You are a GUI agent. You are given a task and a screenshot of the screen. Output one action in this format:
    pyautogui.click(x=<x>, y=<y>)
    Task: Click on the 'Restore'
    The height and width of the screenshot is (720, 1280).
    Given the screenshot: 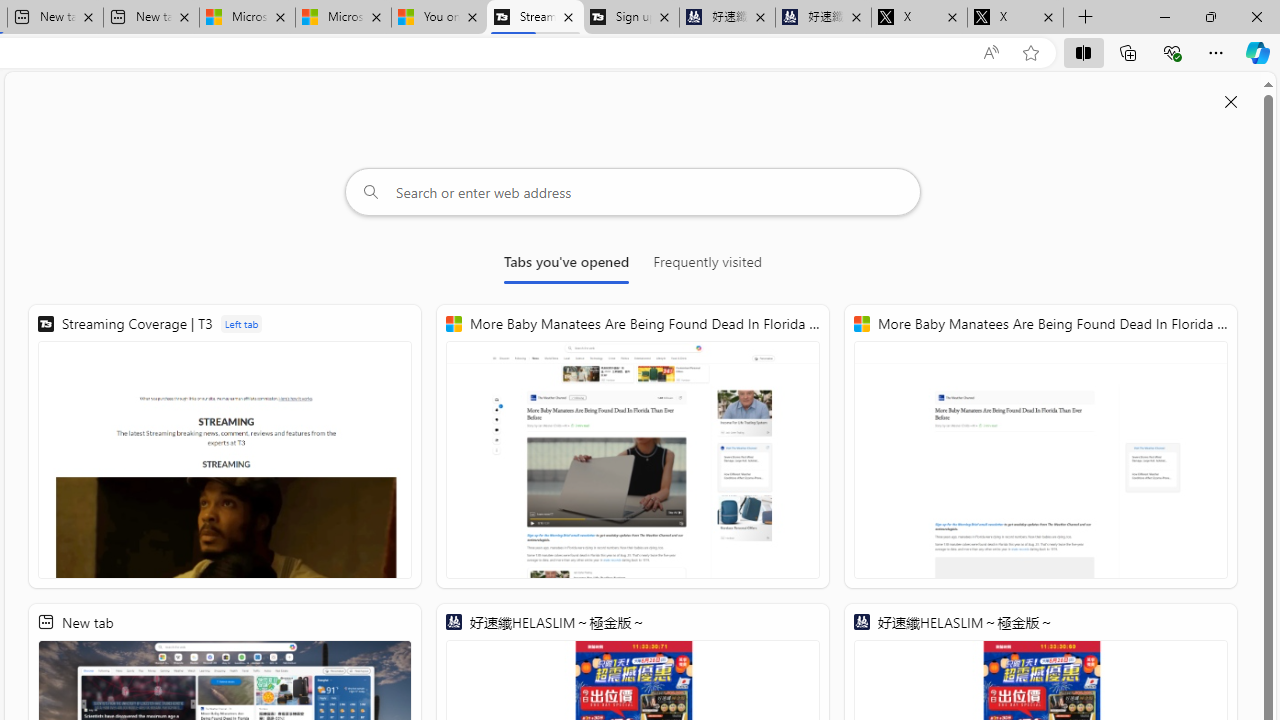 What is the action you would take?
    pyautogui.click(x=1209, y=16)
    